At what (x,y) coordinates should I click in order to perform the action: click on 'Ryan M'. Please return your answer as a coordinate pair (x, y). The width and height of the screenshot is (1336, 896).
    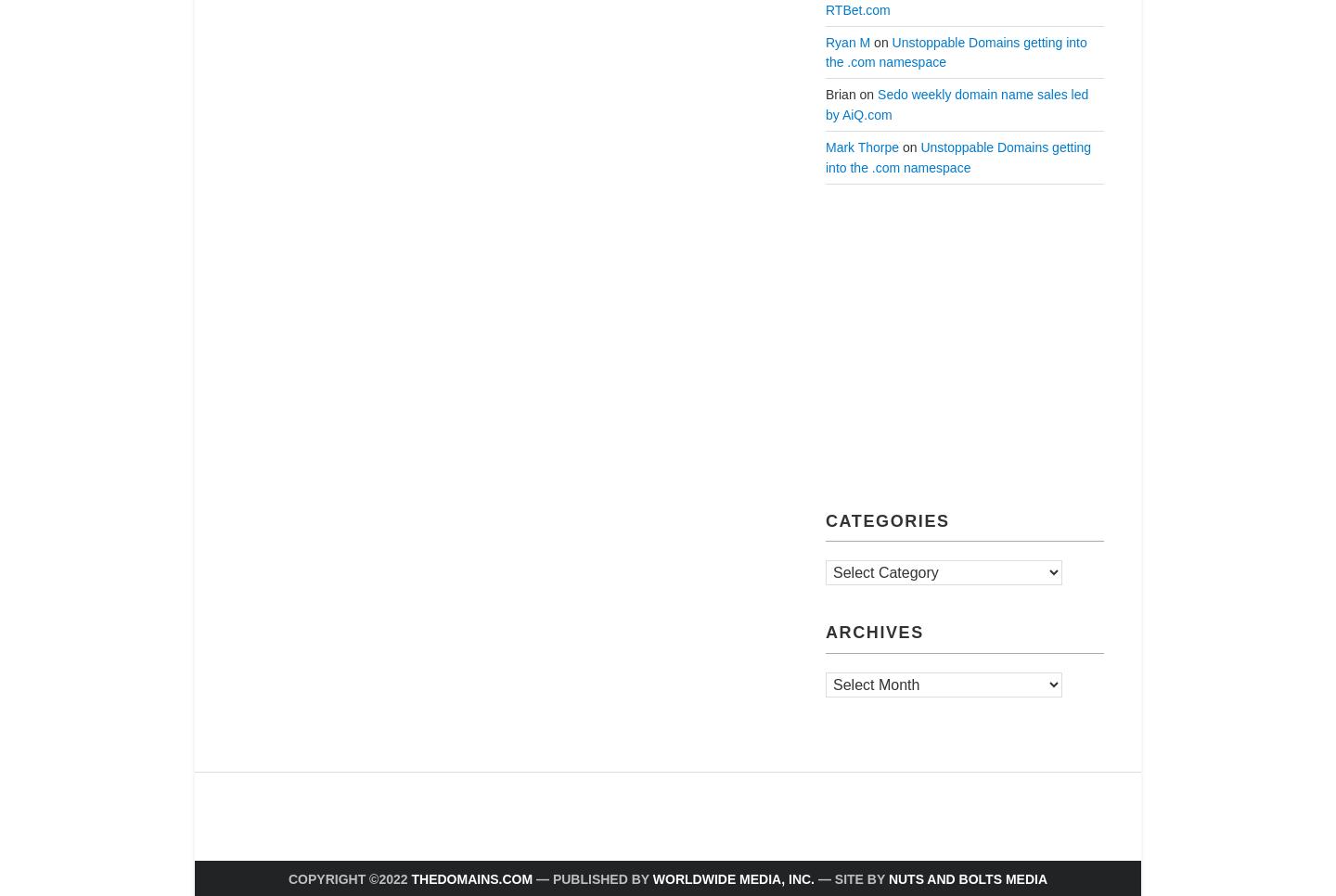
    Looking at the image, I should click on (847, 42).